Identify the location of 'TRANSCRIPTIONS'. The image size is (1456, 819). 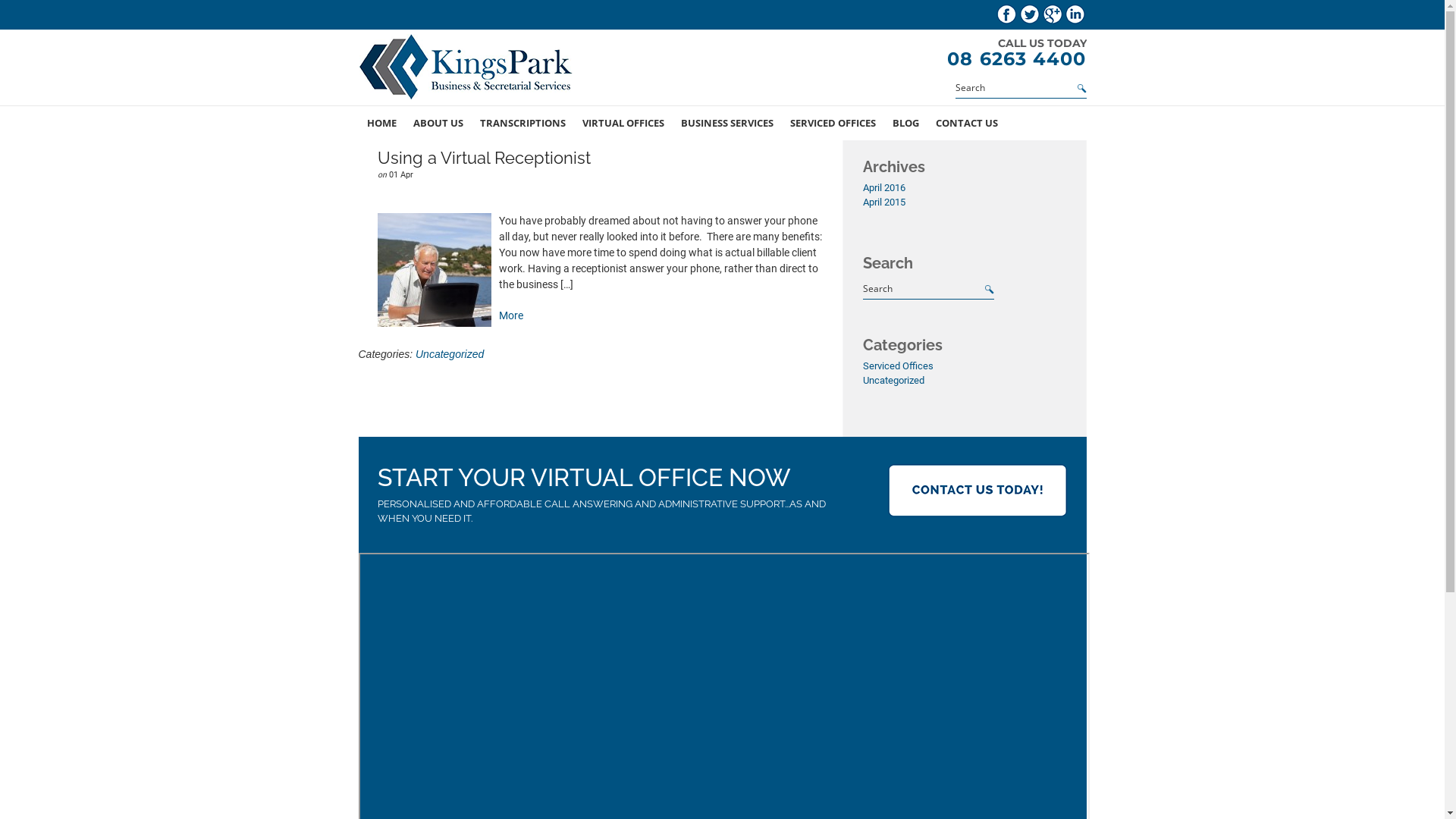
(471, 122).